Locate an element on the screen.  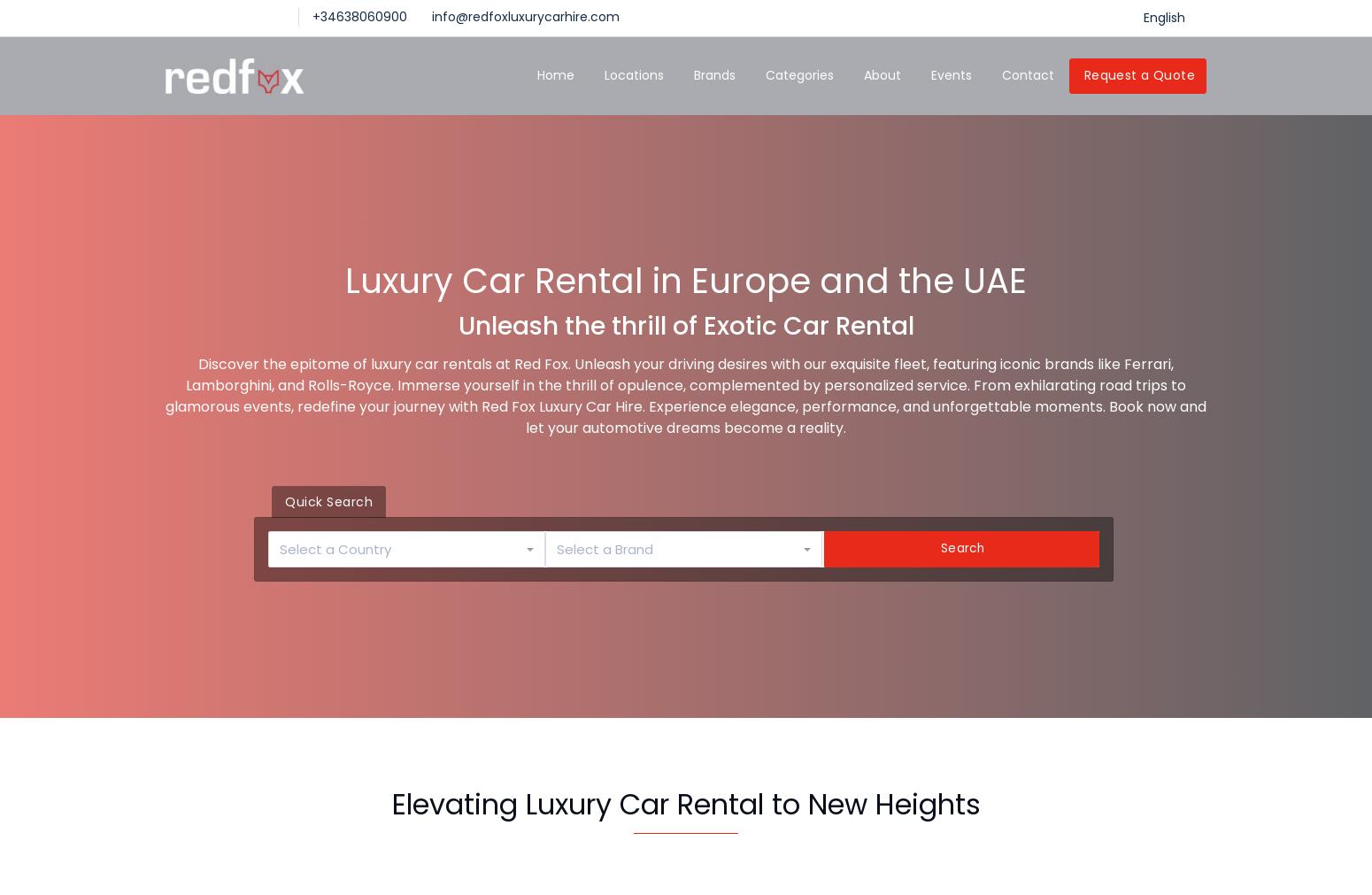
'SUV 4x4' is located at coordinates (811, 144).